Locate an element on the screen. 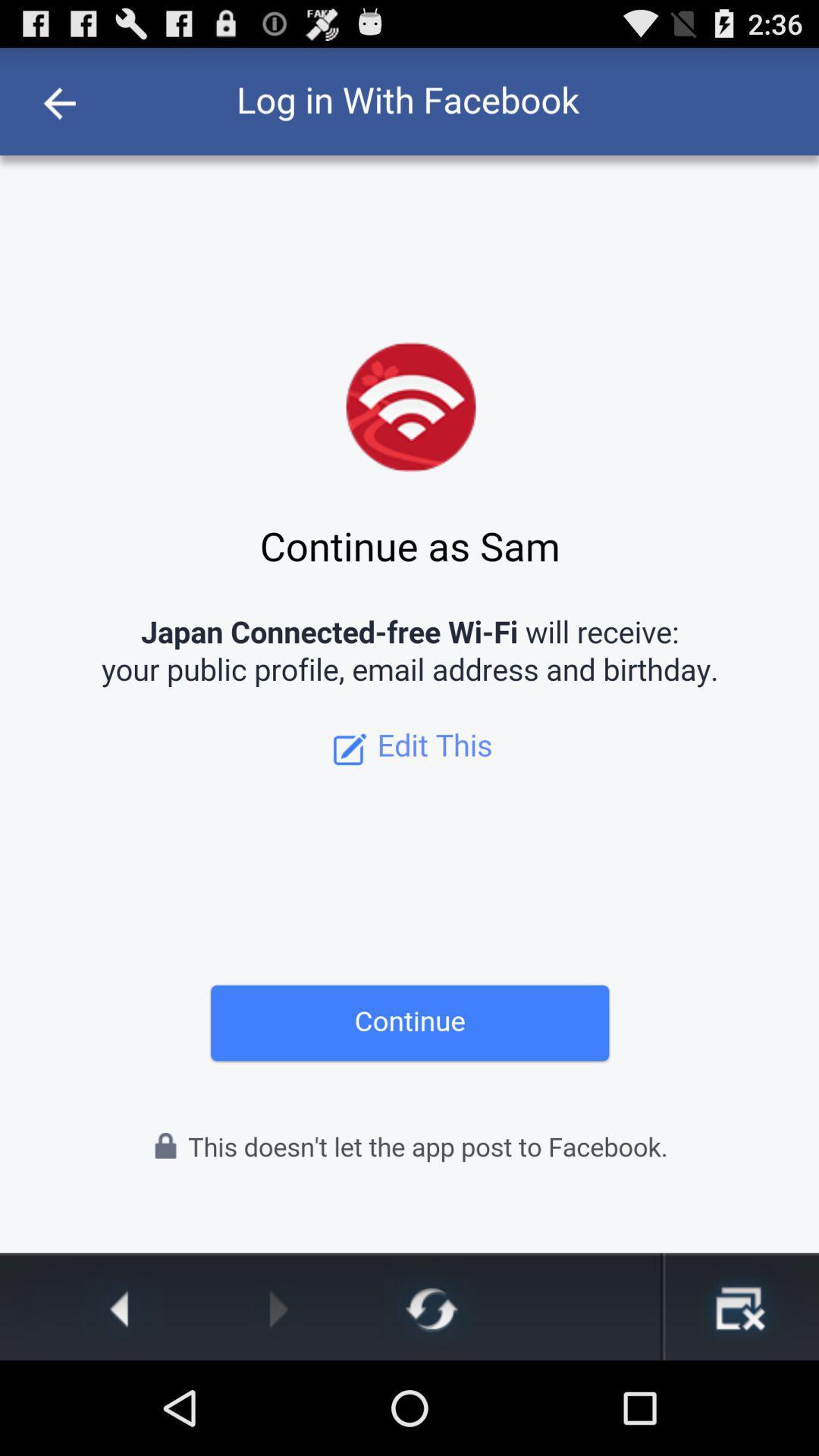  the refresh icon is located at coordinates (431, 1400).